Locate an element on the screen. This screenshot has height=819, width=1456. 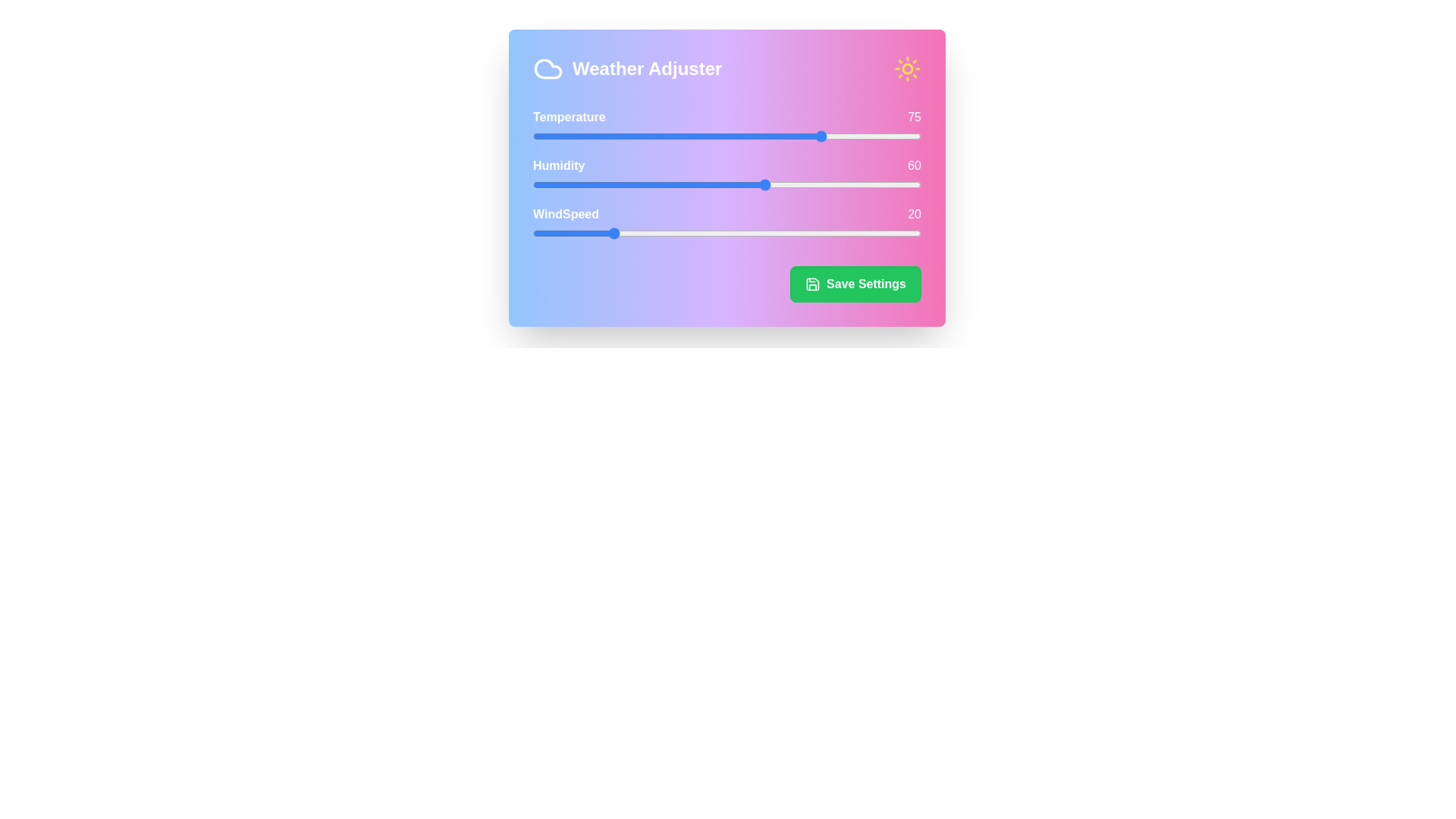
the wind speed is located at coordinates (598, 234).